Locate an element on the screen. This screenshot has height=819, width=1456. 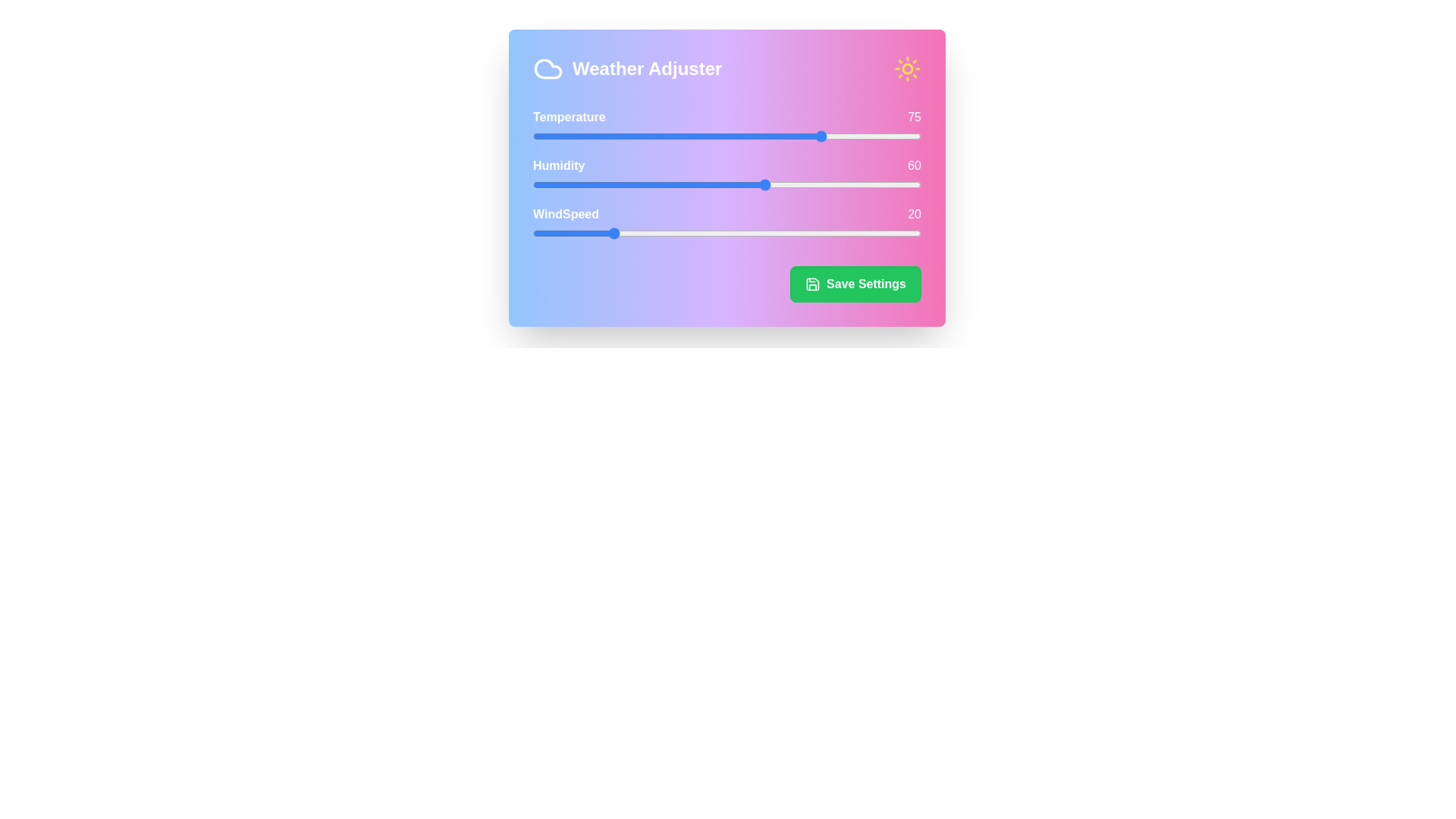
the wind speed is located at coordinates (598, 234).